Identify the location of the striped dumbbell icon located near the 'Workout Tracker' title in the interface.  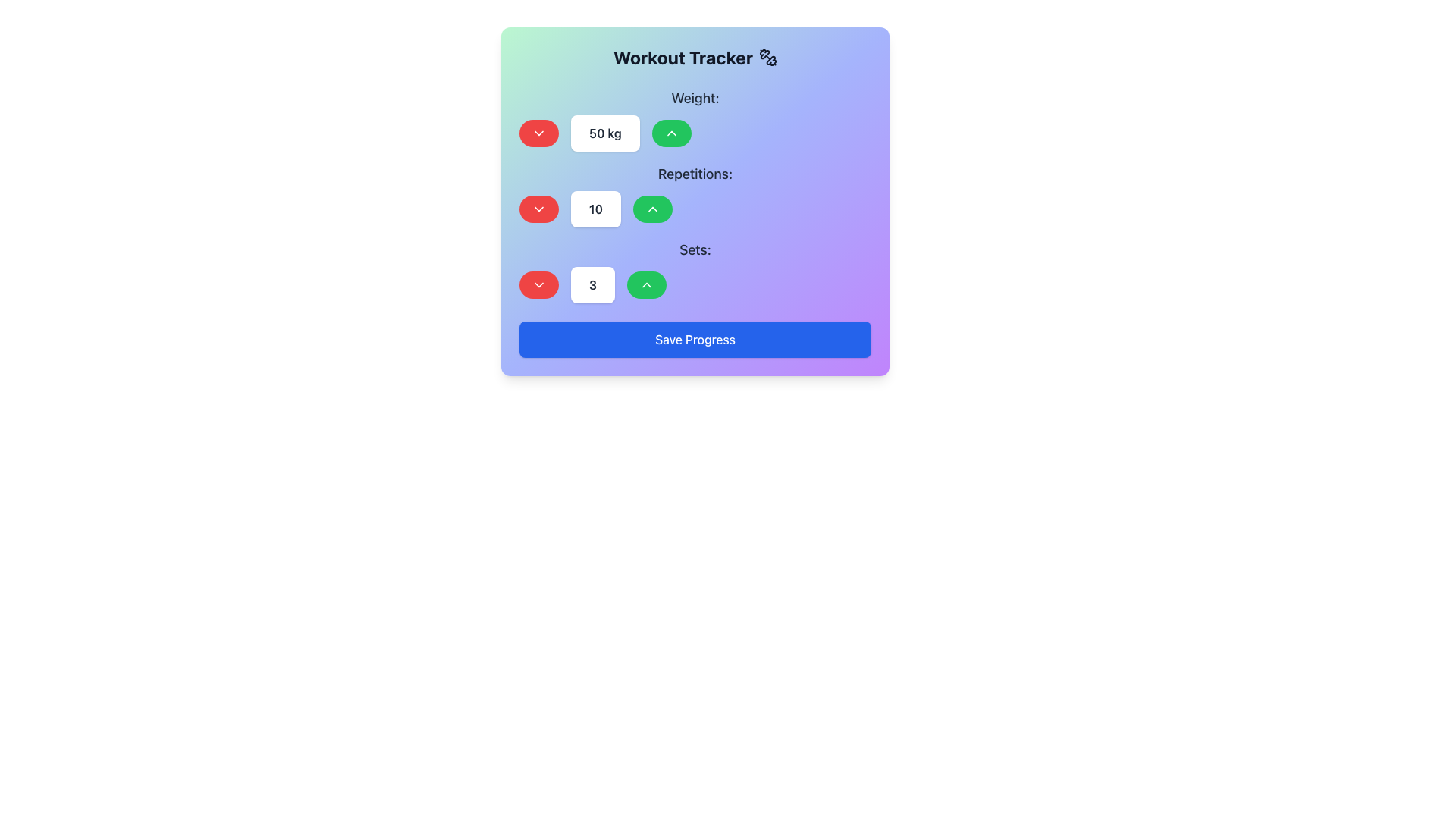
(771, 60).